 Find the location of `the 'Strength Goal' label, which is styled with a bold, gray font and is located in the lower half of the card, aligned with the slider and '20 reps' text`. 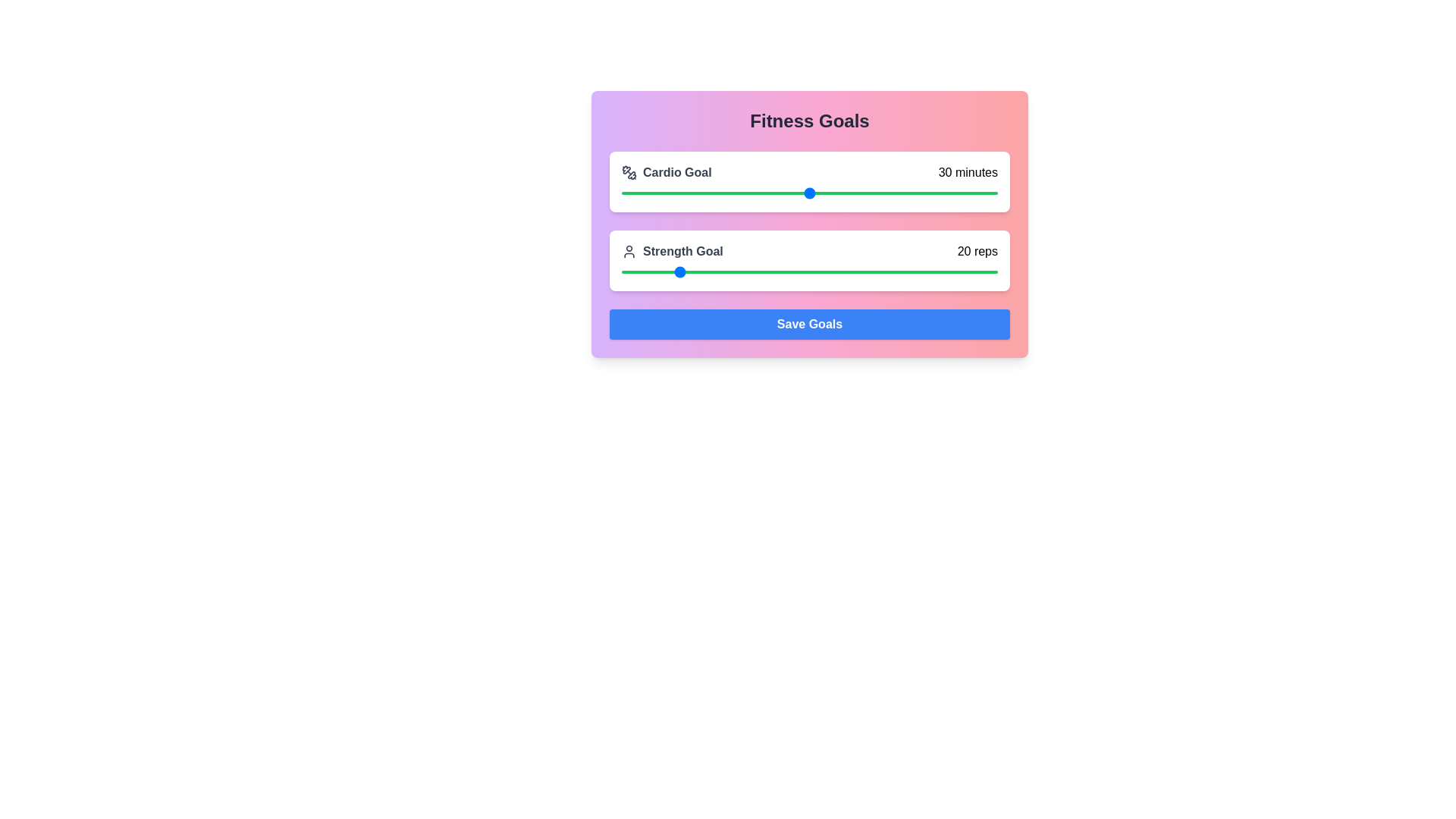

the 'Strength Goal' label, which is styled with a bold, gray font and is located in the lower half of the card, aligned with the slider and '20 reps' text is located at coordinates (671, 250).